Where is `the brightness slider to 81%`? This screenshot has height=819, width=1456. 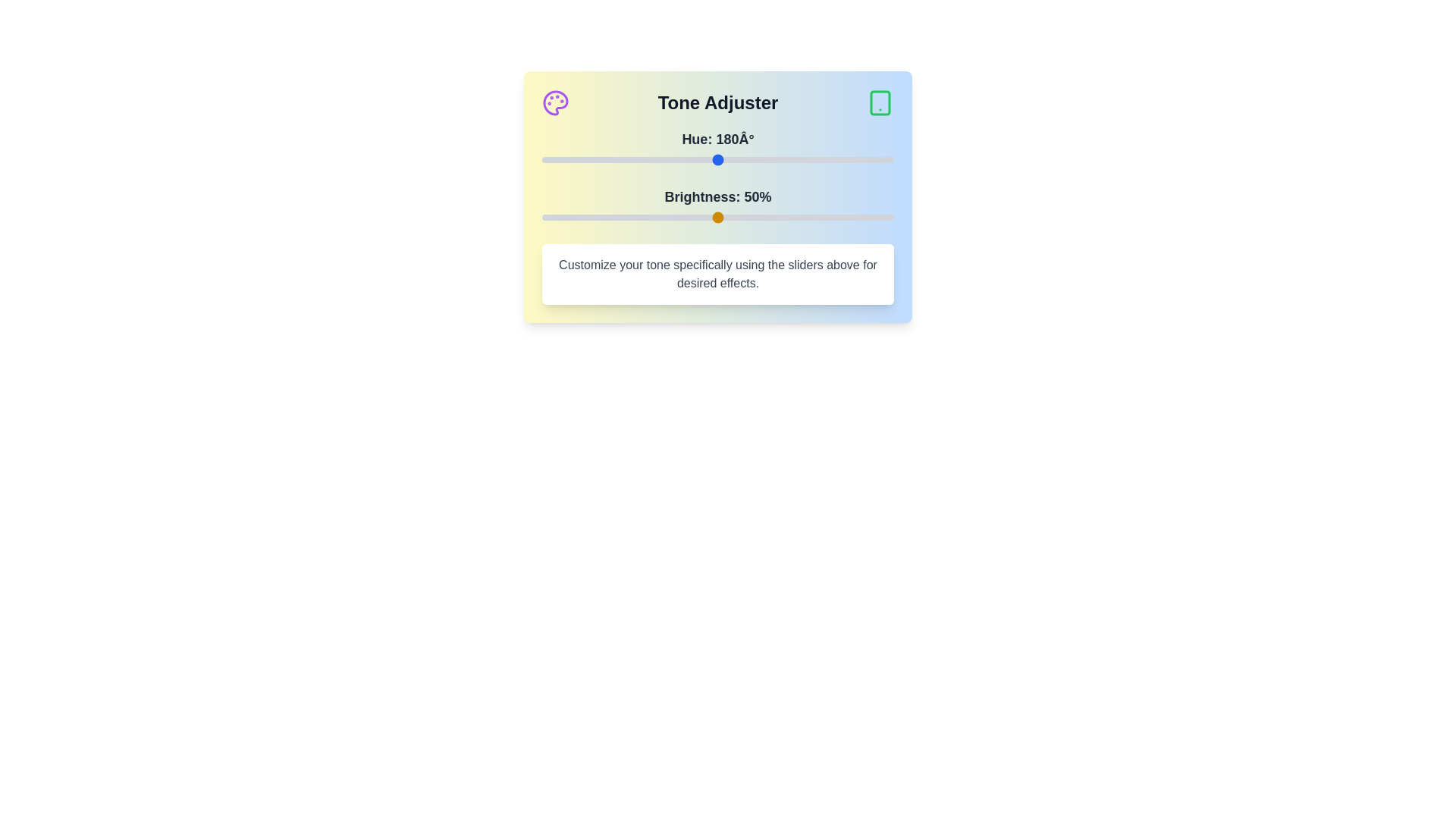 the brightness slider to 81% is located at coordinates (826, 217).